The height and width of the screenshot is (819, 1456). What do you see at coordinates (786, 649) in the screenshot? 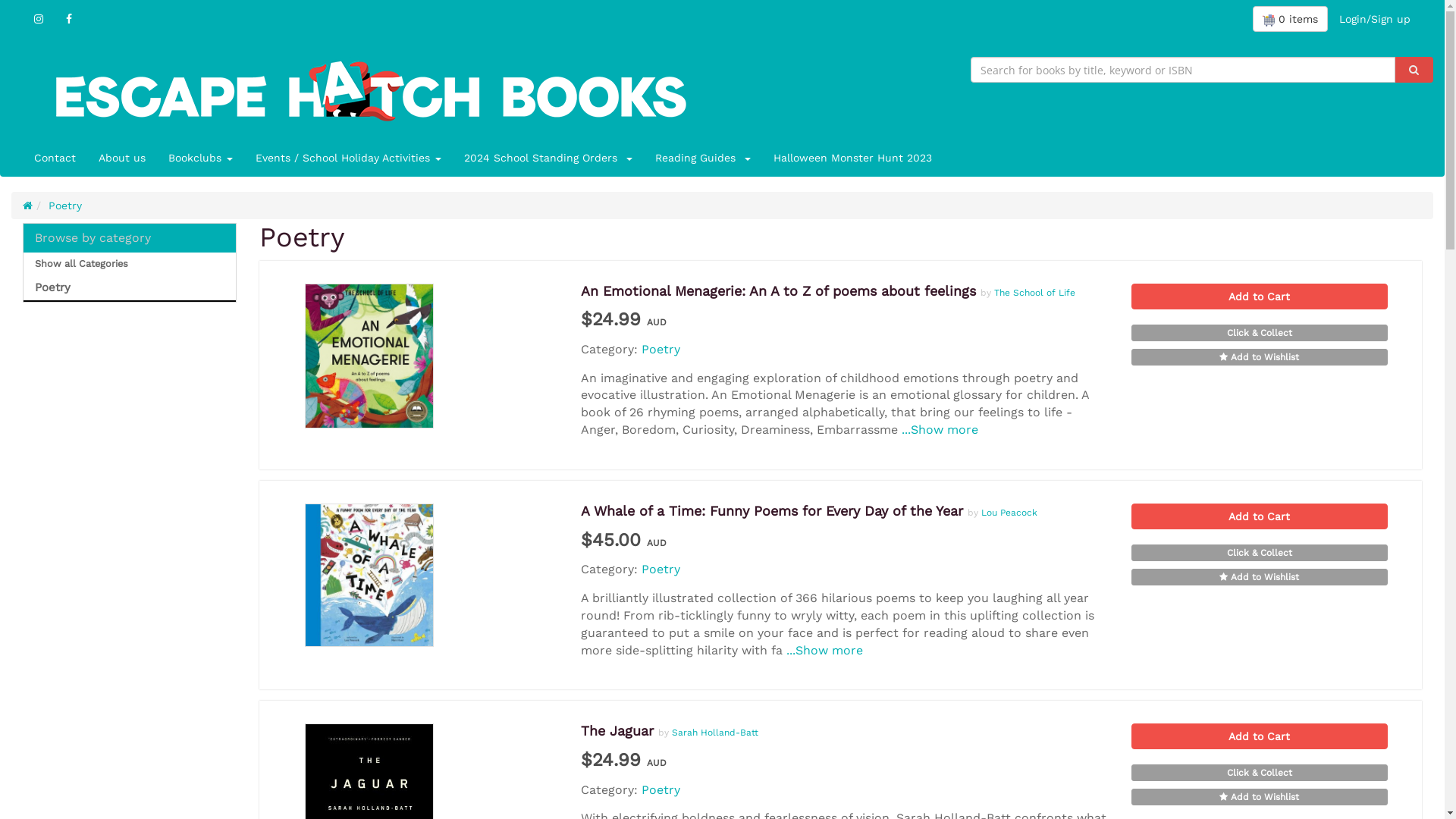
I see `'...Show more'` at bounding box center [786, 649].